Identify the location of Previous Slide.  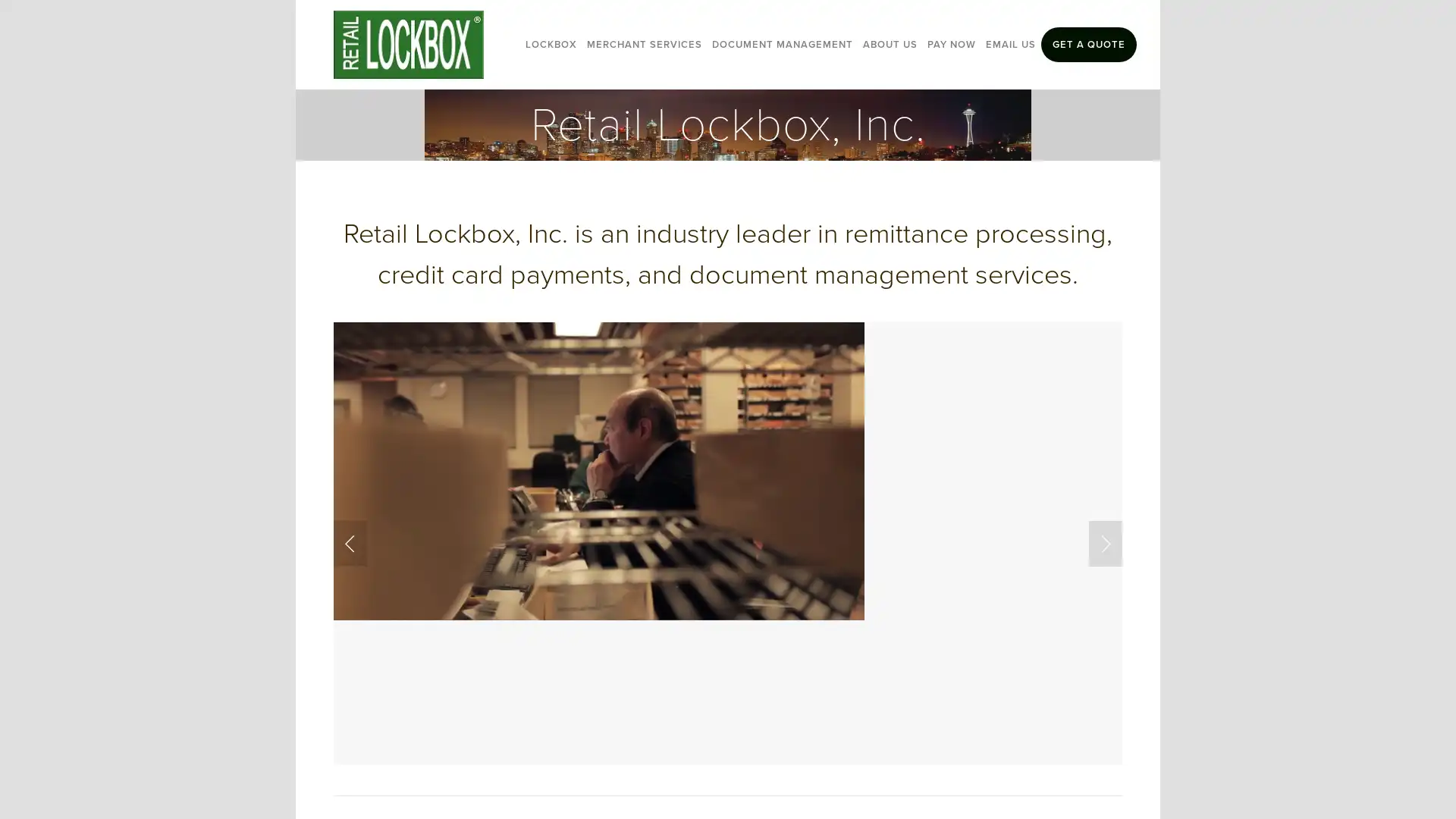
(349, 542).